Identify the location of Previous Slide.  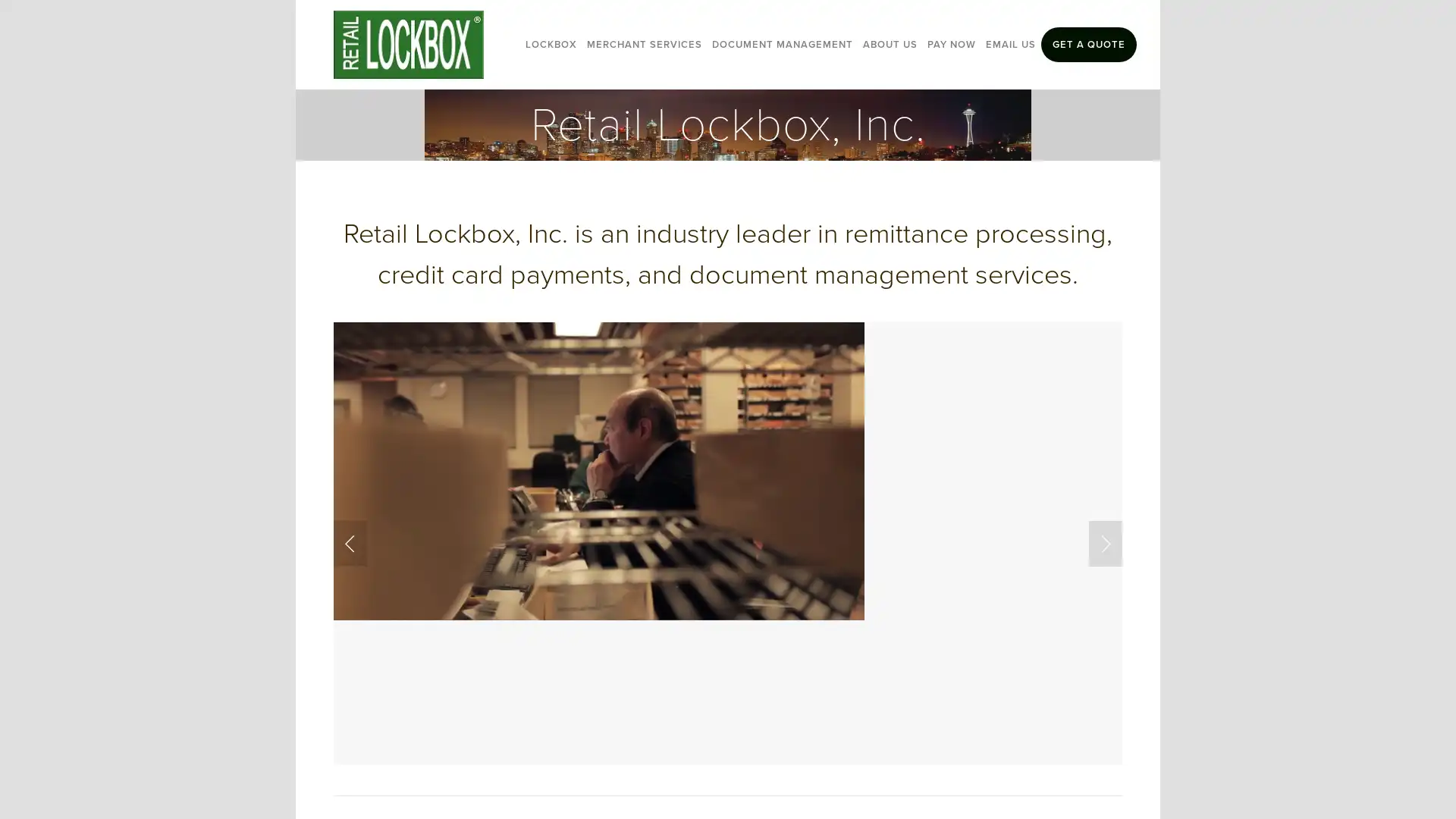
(349, 542).